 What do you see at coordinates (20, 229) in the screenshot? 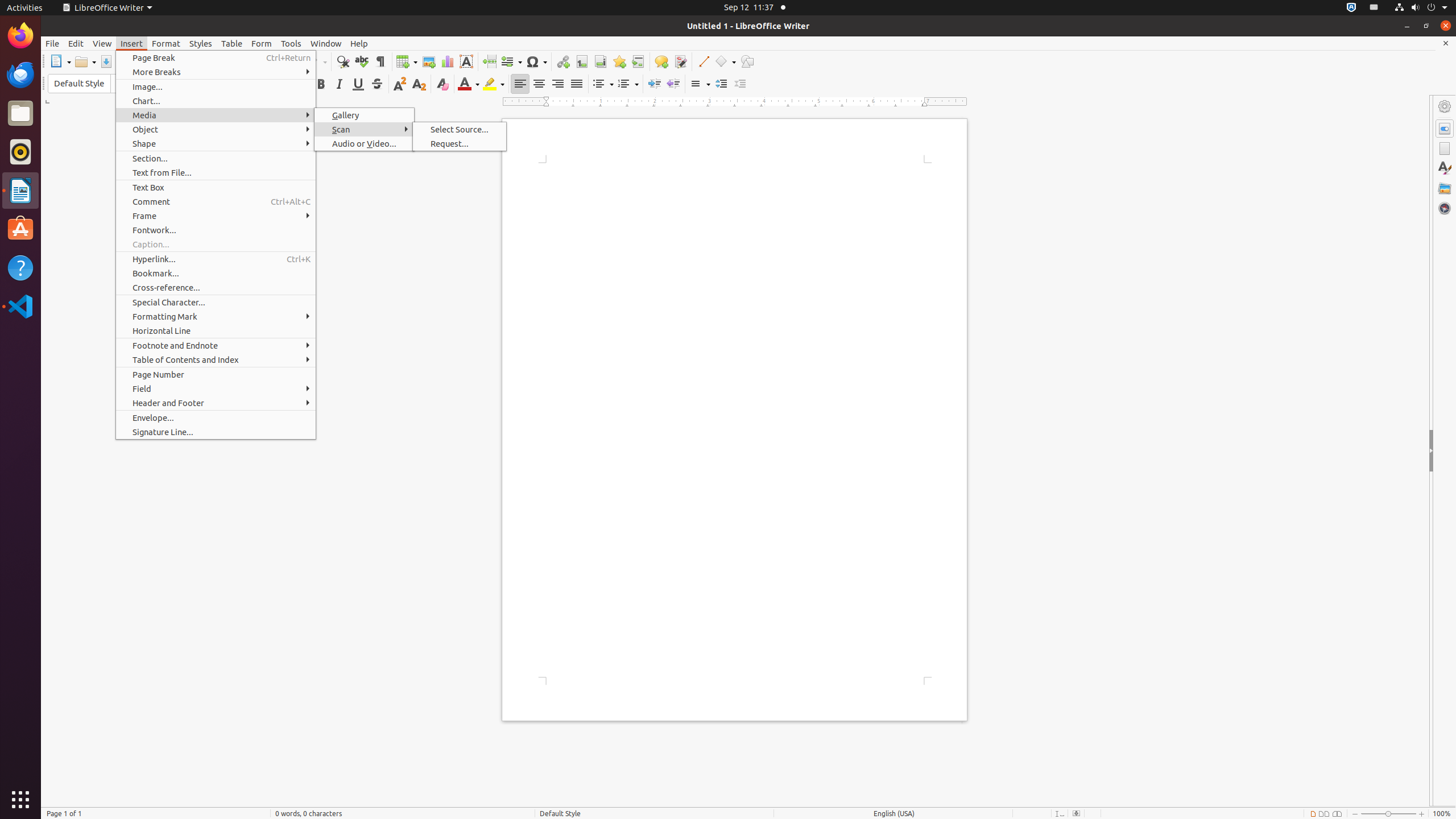
I see `'Ubuntu Software'` at bounding box center [20, 229].